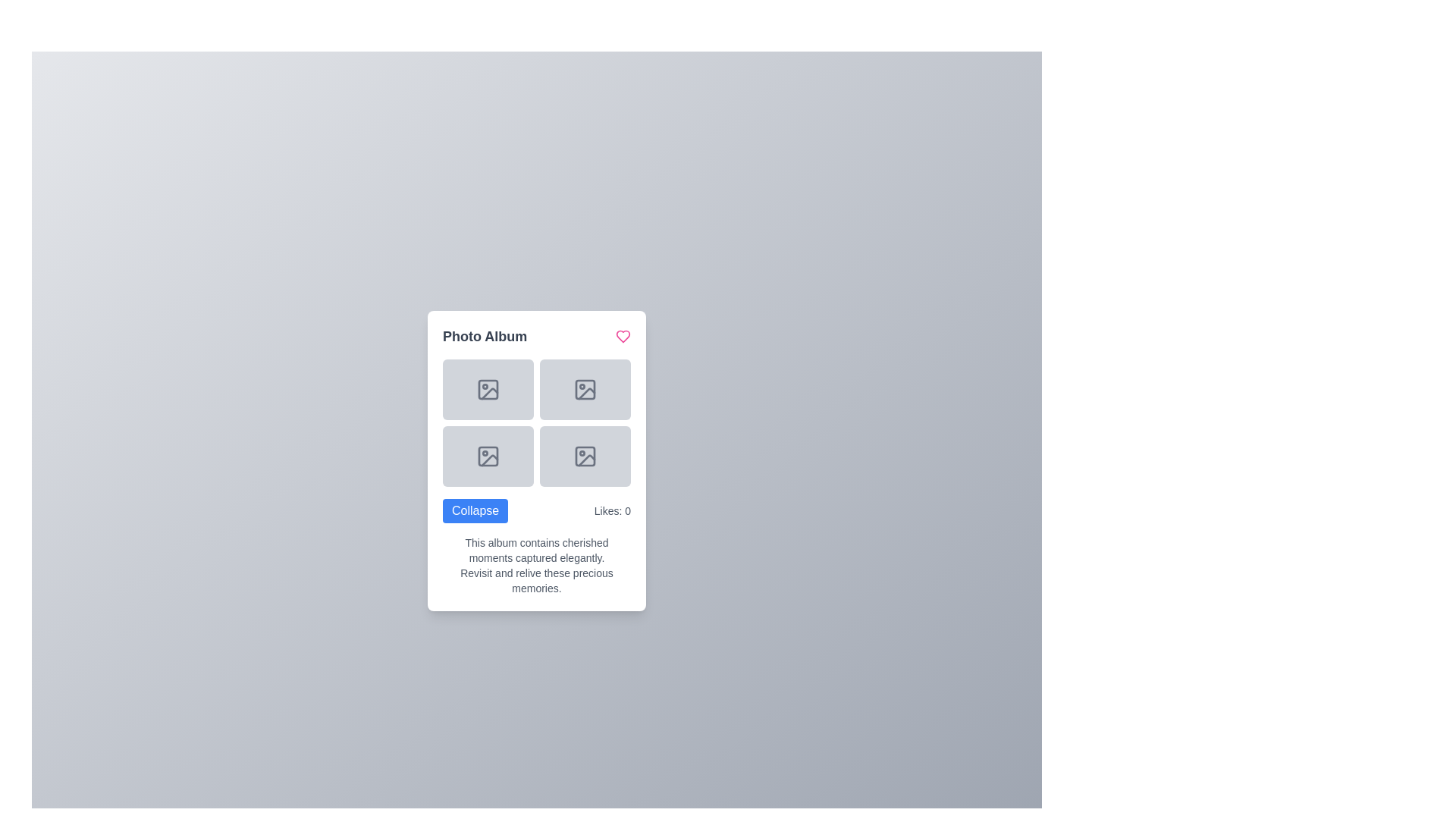  Describe the element at coordinates (537, 565) in the screenshot. I see `the static text label at the bottom of the 'Photo Album' card, which describes emotional and nostalgic themes with phrases like 'cherished moments' and 'relive these precious memories'` at that location.